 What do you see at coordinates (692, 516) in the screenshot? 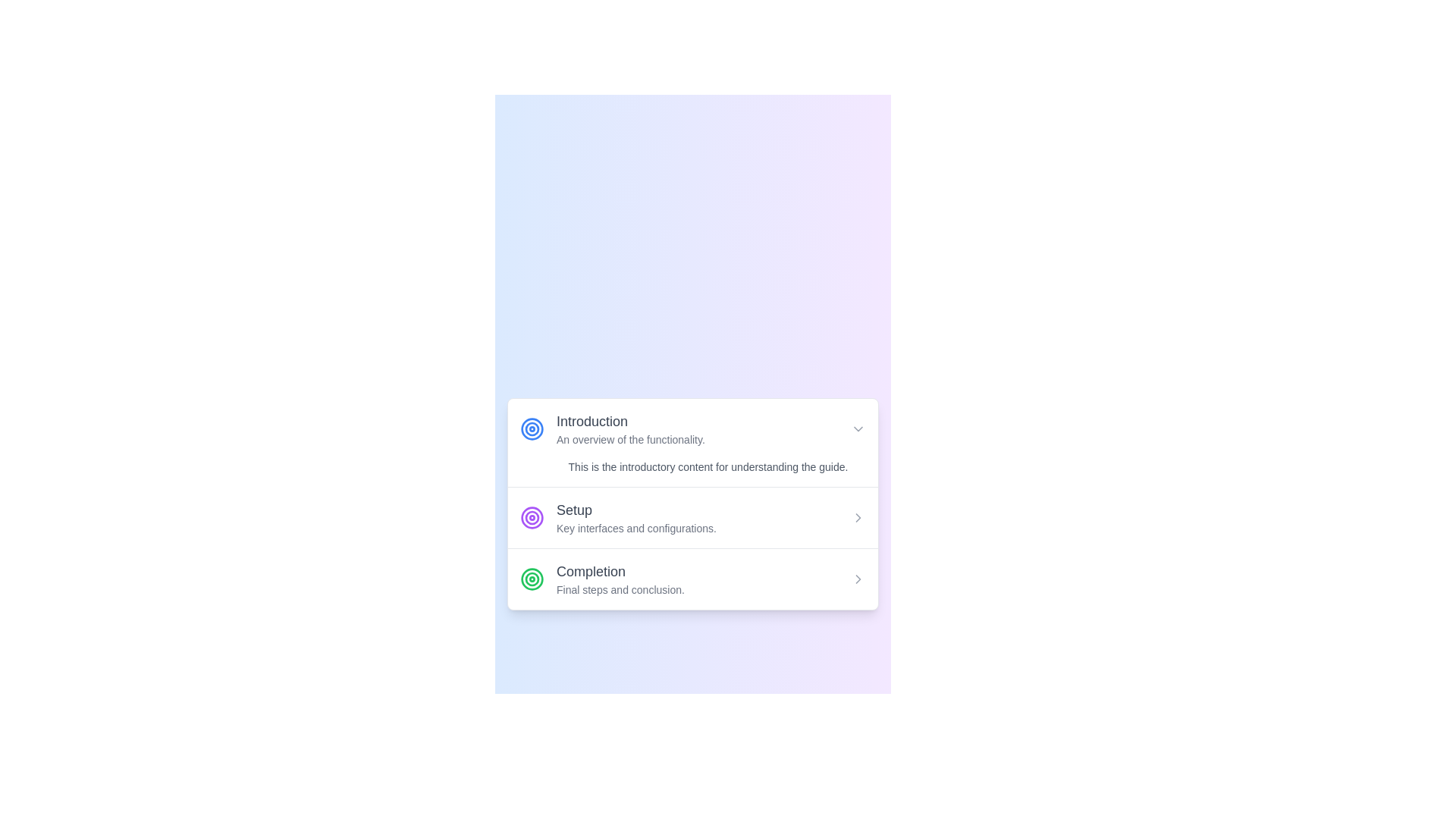
I see `the second list item that leads to the 'Setup' functionality` at bounding box center [692, 516].